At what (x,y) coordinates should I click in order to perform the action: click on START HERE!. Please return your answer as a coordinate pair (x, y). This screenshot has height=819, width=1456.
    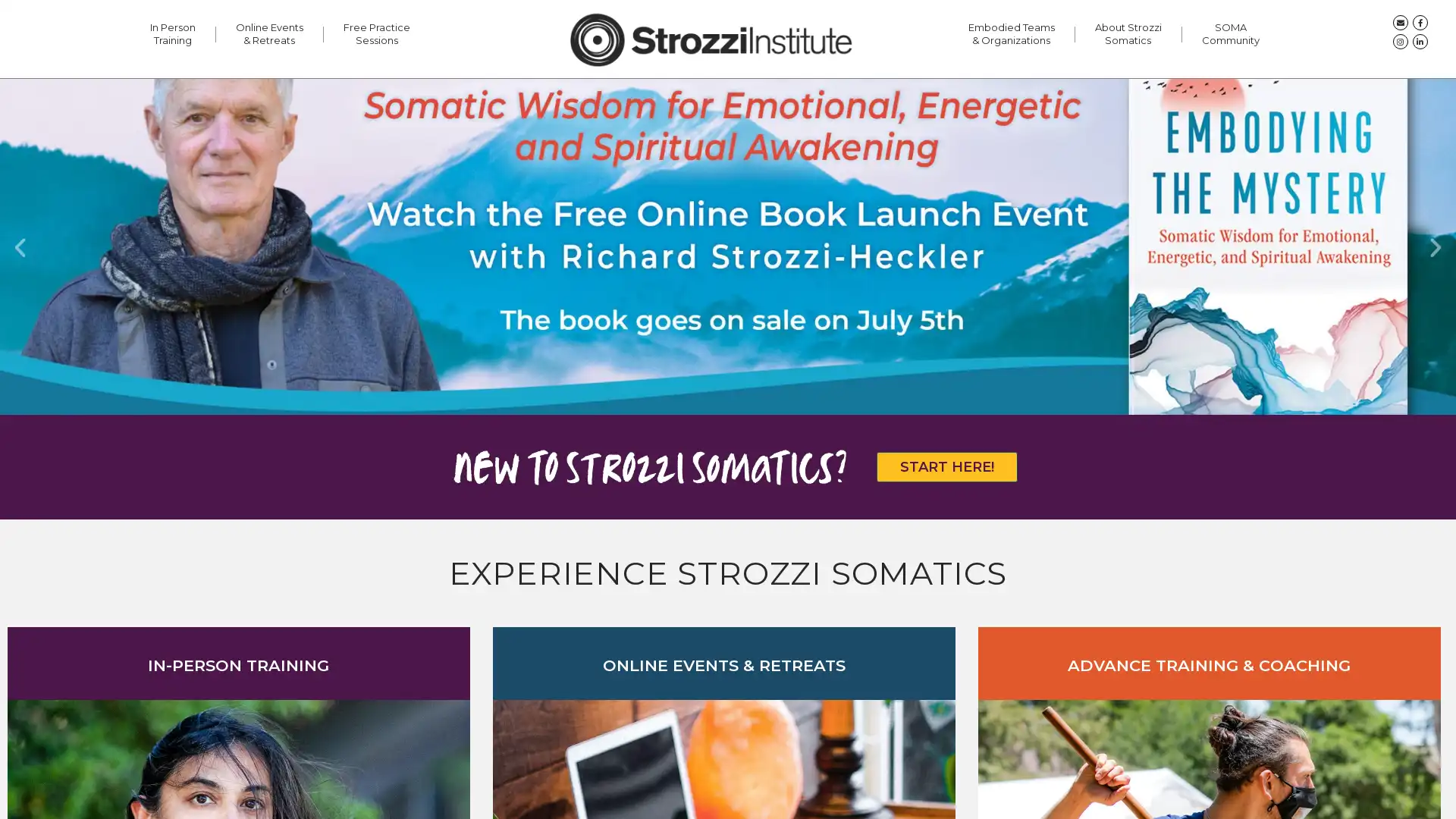
    Looking at the image, I should click on (946, 465).